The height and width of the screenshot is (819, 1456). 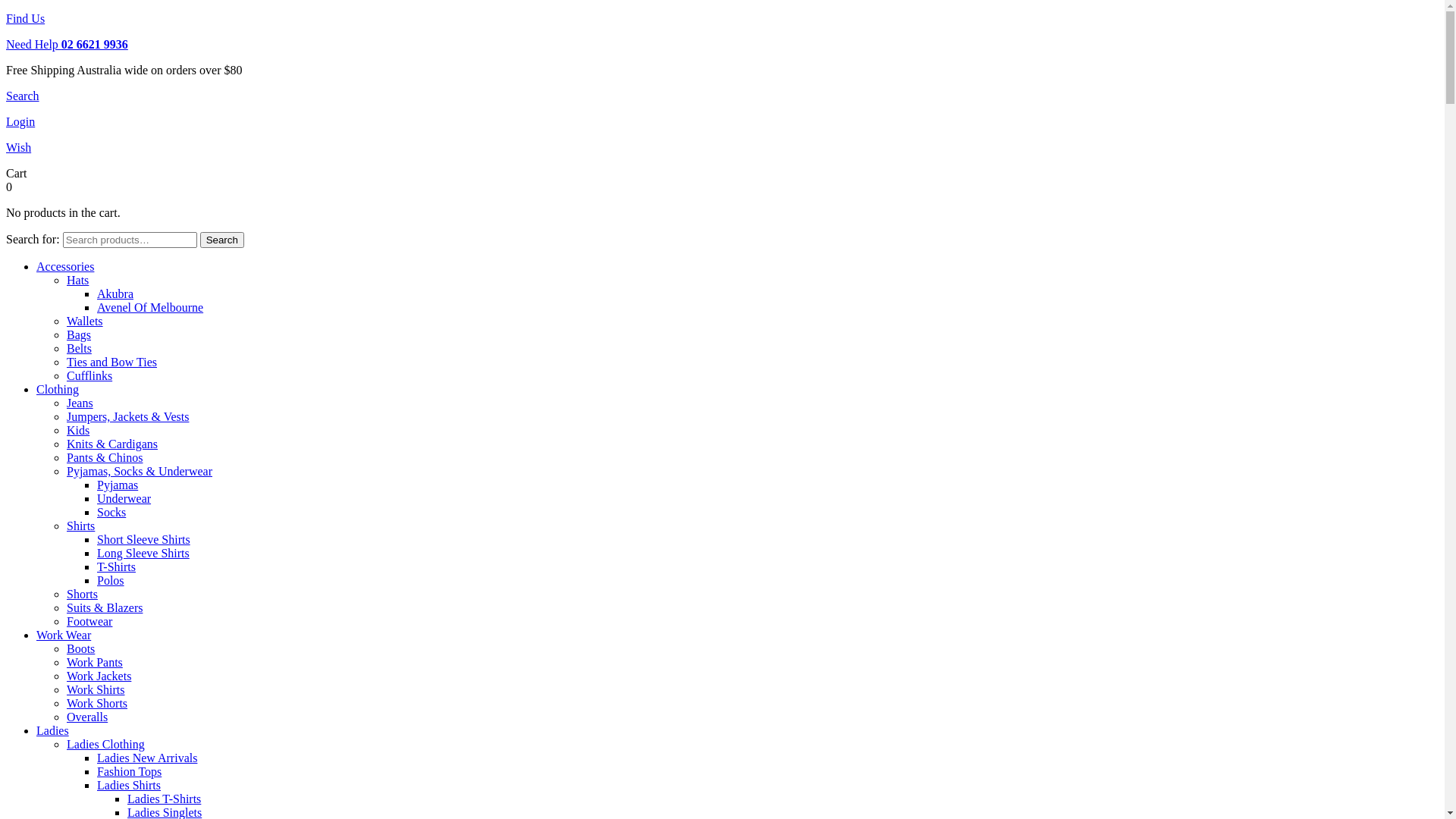 What do you see at coordinates (18, 147) in the screenshot?
I see `'Wish'` at bounding box center [18, 147].